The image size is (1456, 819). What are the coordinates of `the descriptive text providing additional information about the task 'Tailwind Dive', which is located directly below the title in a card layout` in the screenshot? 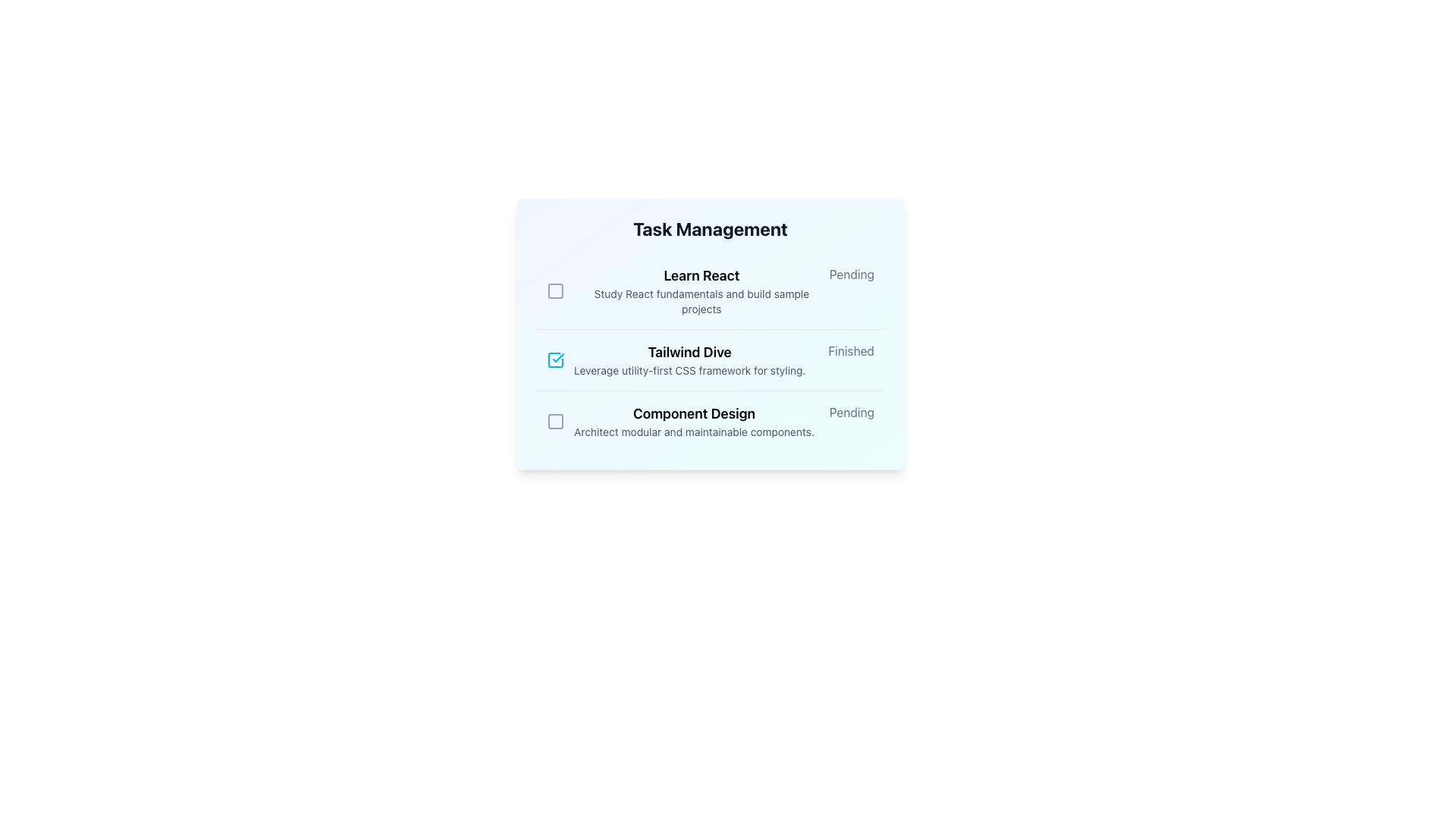 It's located at (689, 371).